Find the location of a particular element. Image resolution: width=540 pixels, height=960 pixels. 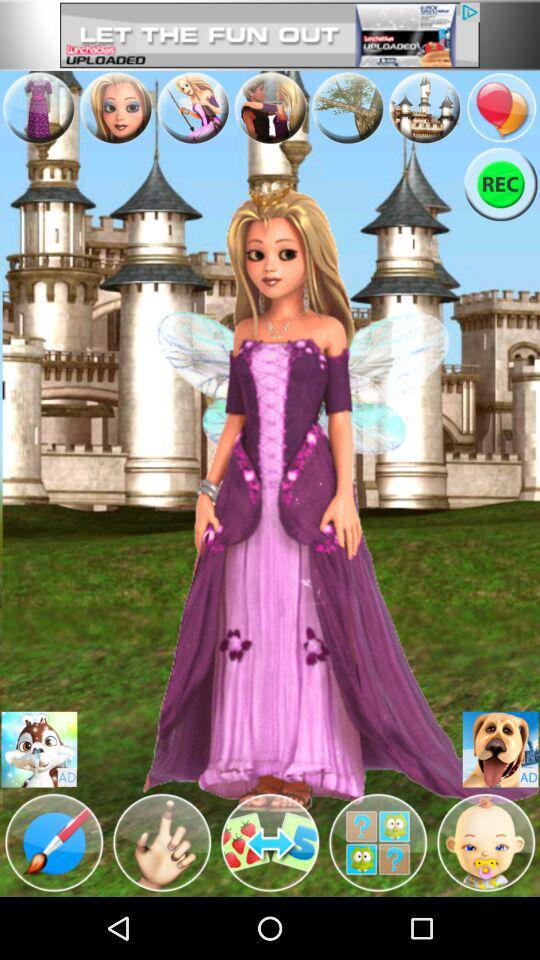

selec castle is located at coordinates (423, 107).